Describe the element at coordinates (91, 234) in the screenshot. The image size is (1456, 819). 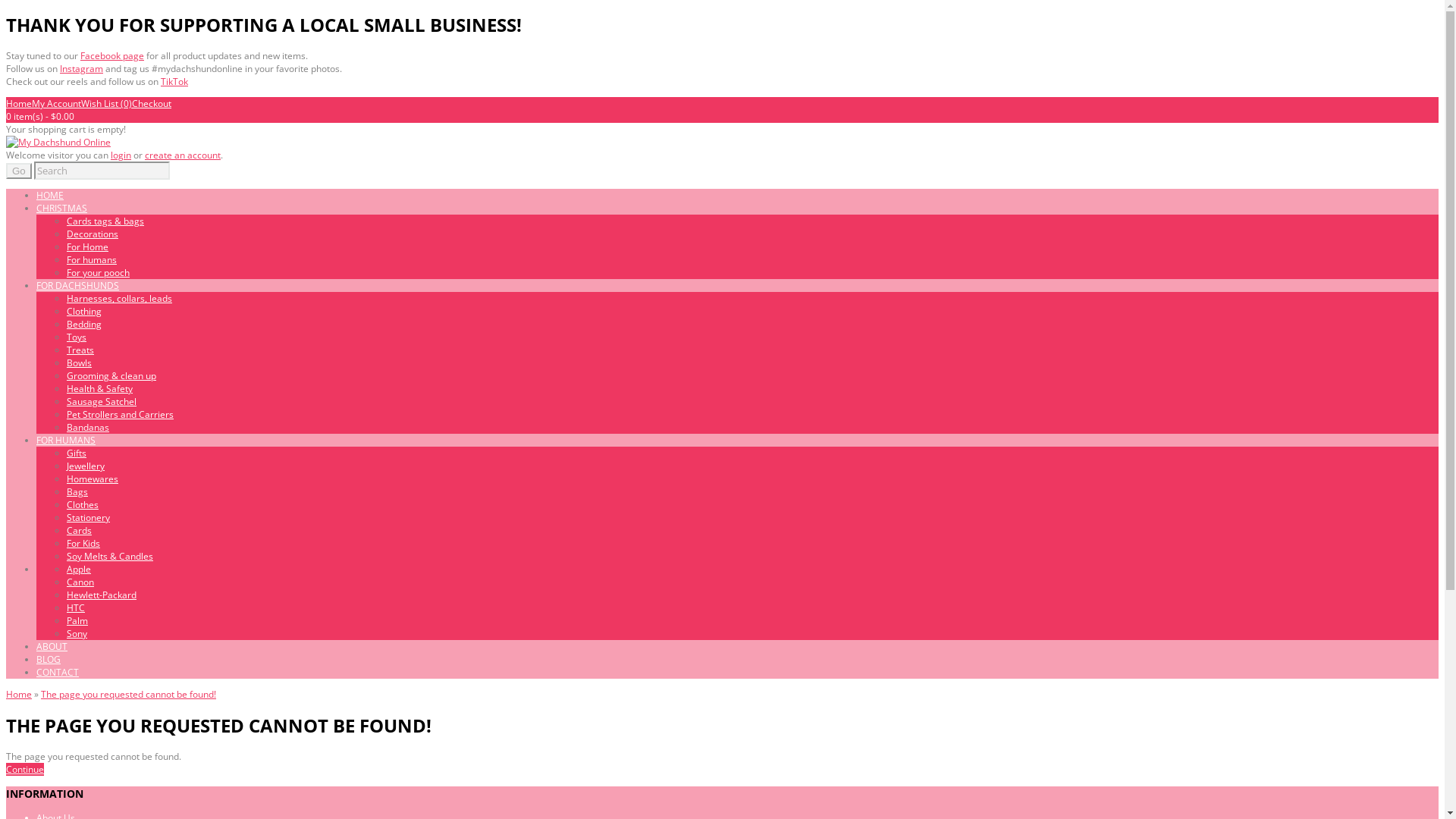
I see `'Decorations'` at that location.